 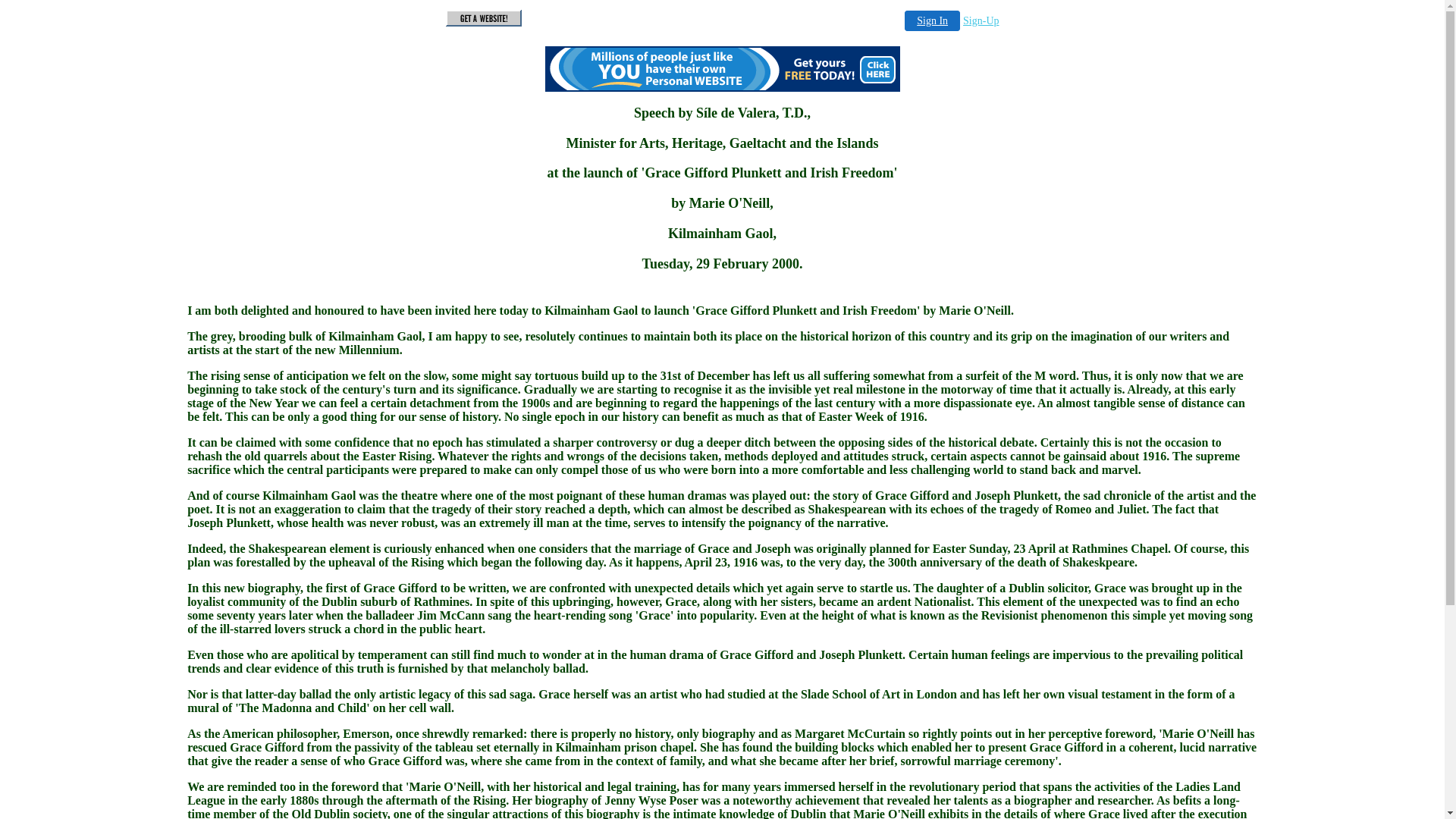 What do you see at coordinates (905, 20) in the screenshot?
I see `'Sign In'` at bounding box center [905, 20].